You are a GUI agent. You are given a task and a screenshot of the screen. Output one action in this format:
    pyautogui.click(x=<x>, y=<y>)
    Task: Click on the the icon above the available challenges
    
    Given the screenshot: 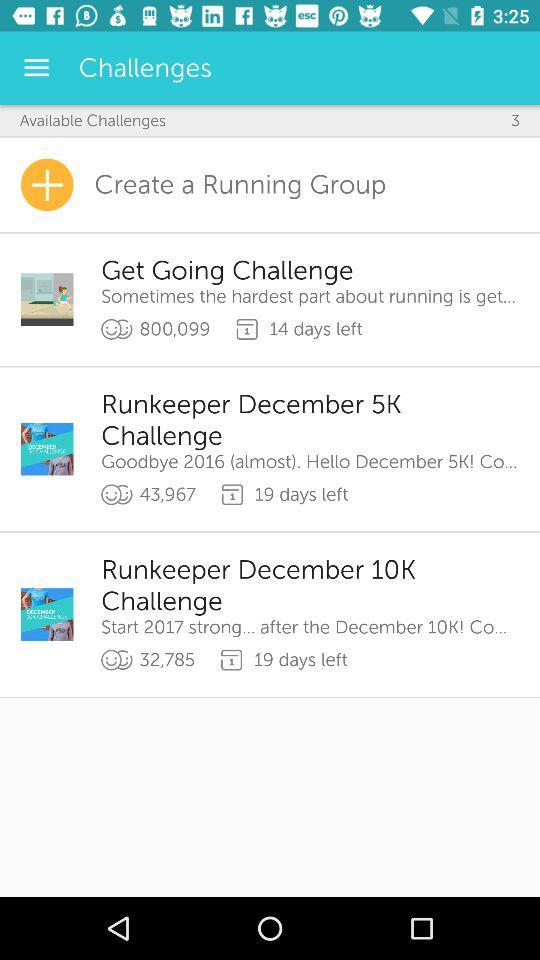 What is the action you would take?
    pyautogui.click(x=36, y=68)
    